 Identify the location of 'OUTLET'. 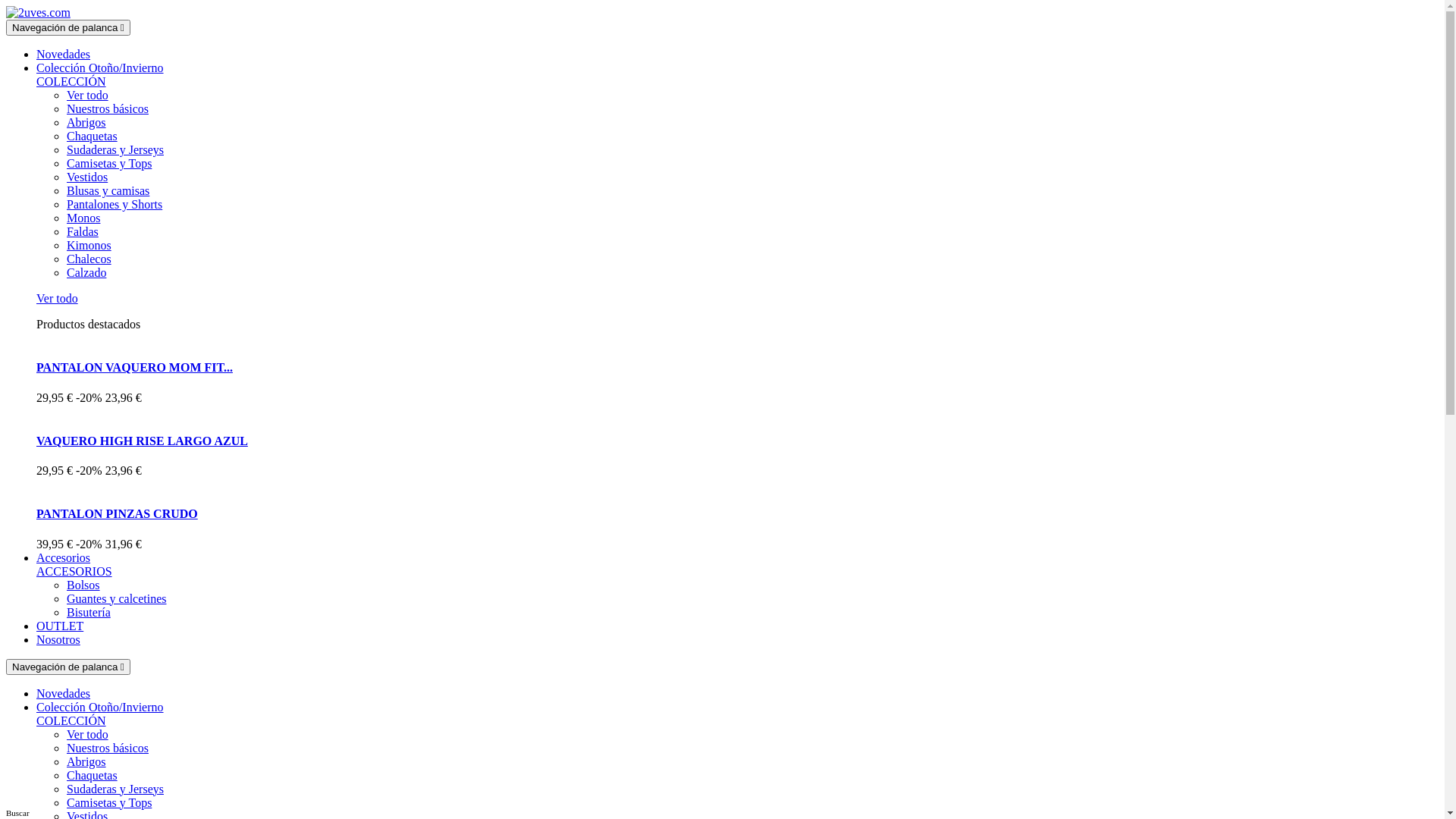
(59, 626).